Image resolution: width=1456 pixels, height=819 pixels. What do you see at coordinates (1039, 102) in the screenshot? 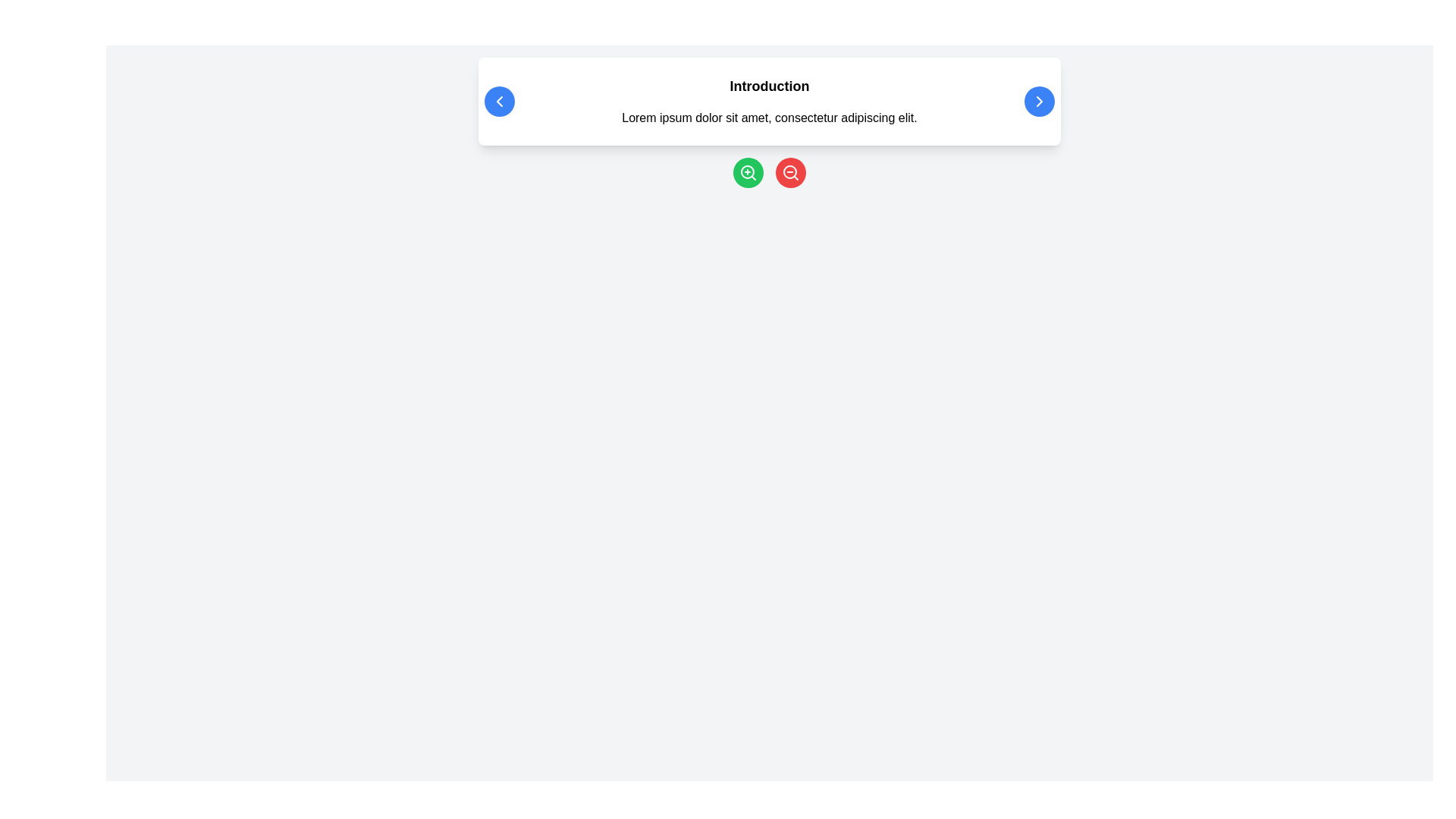
I see `the circular blue navigation button with a white rightward-facing chevron icon` at bounding box center [1039, 102].